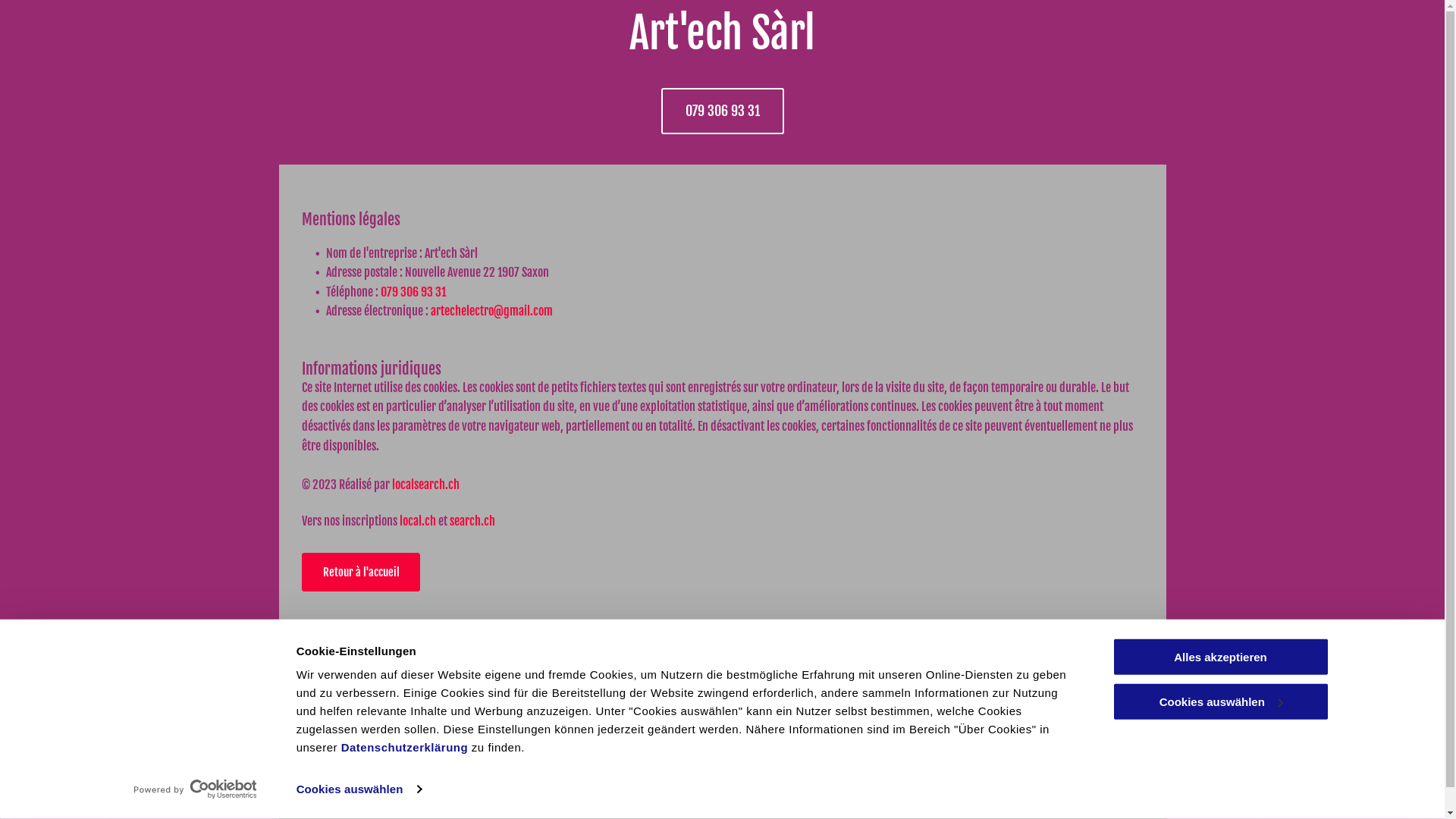  I want to click on 'search.ch', so click(471, 519).